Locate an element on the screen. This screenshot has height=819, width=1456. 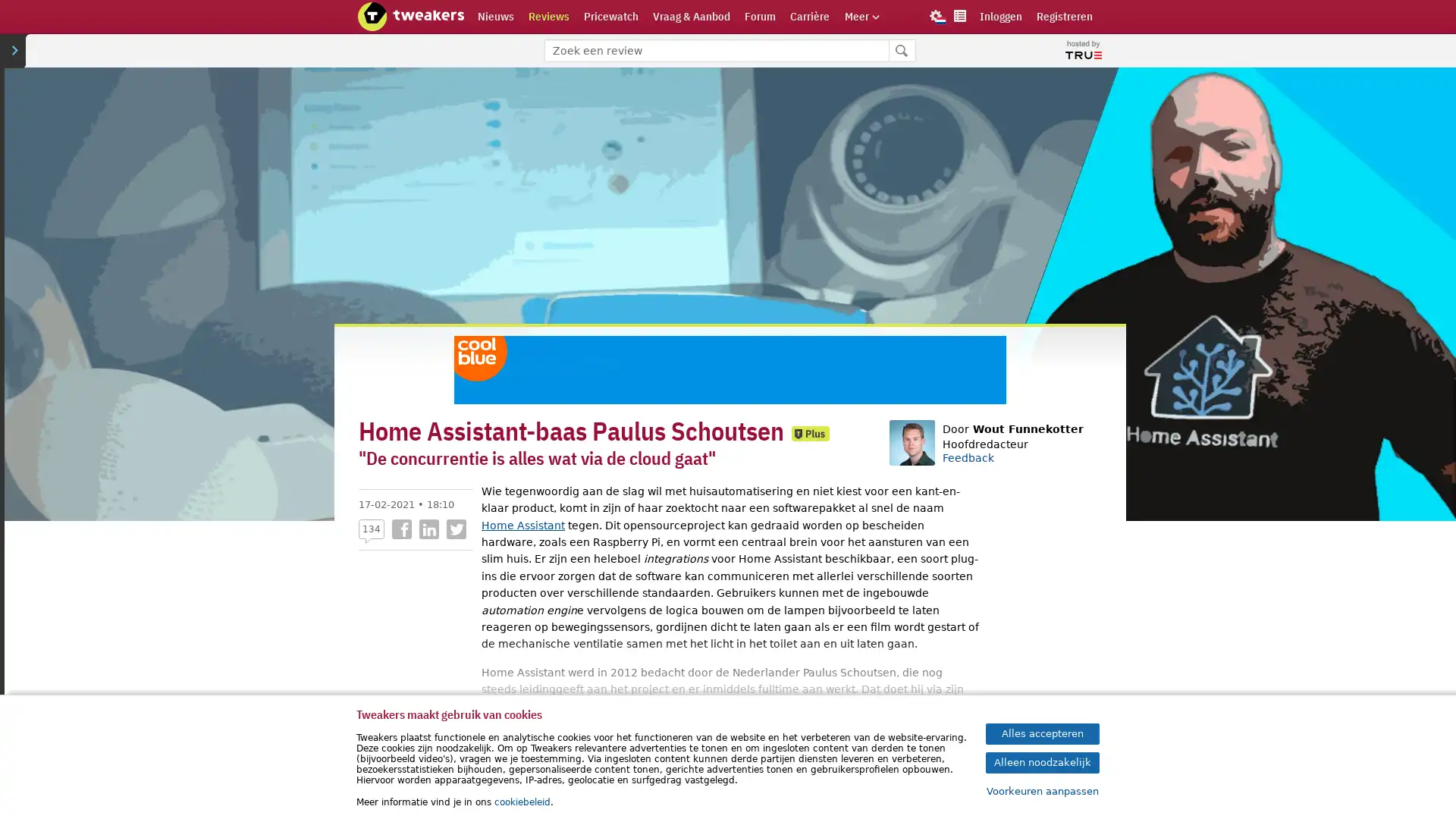
Alleen noodzakelijk is located at coordinates (1041, 763).